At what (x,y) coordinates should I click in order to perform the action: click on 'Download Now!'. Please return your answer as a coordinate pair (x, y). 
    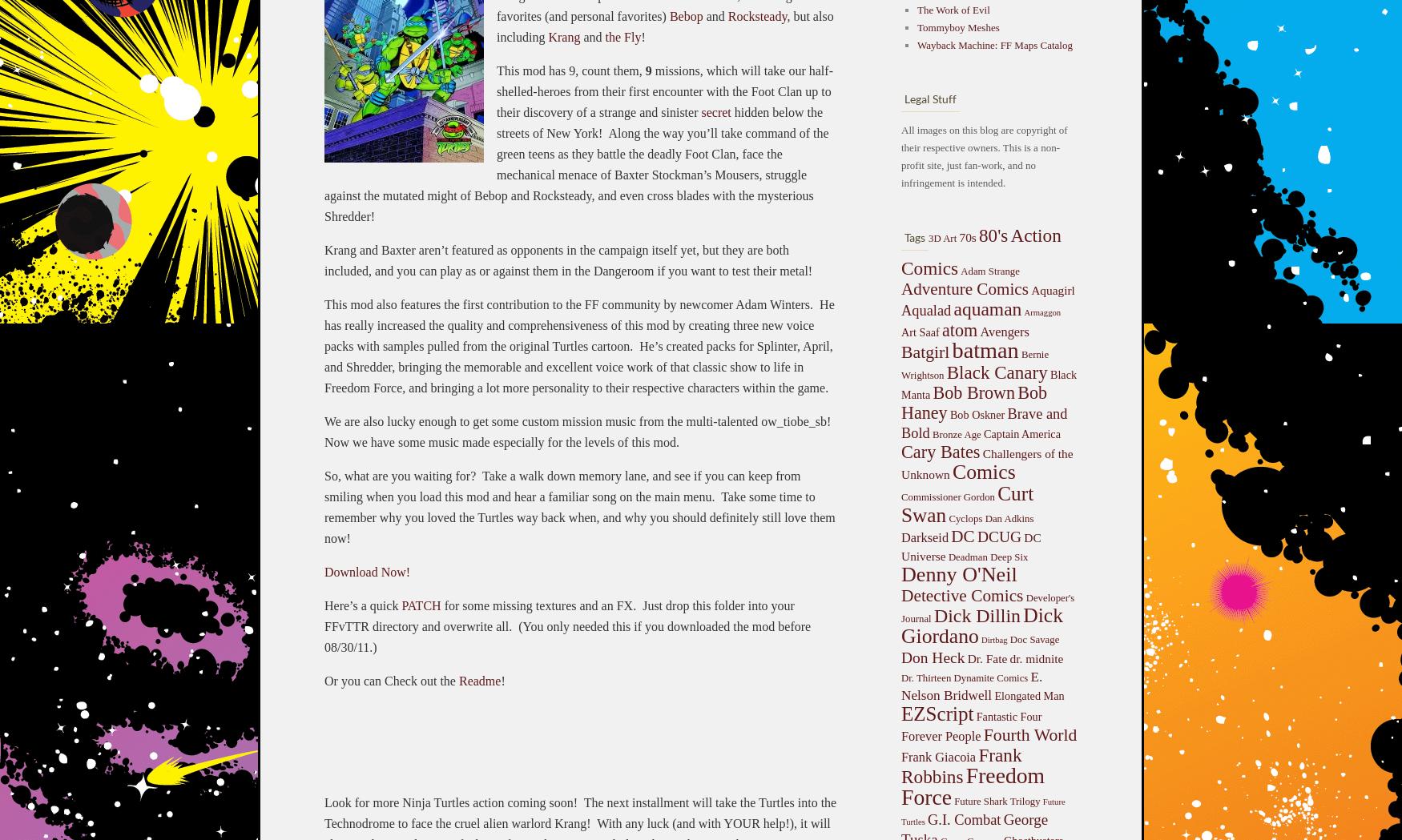
    Looking at the image, I should click on (323, 571).